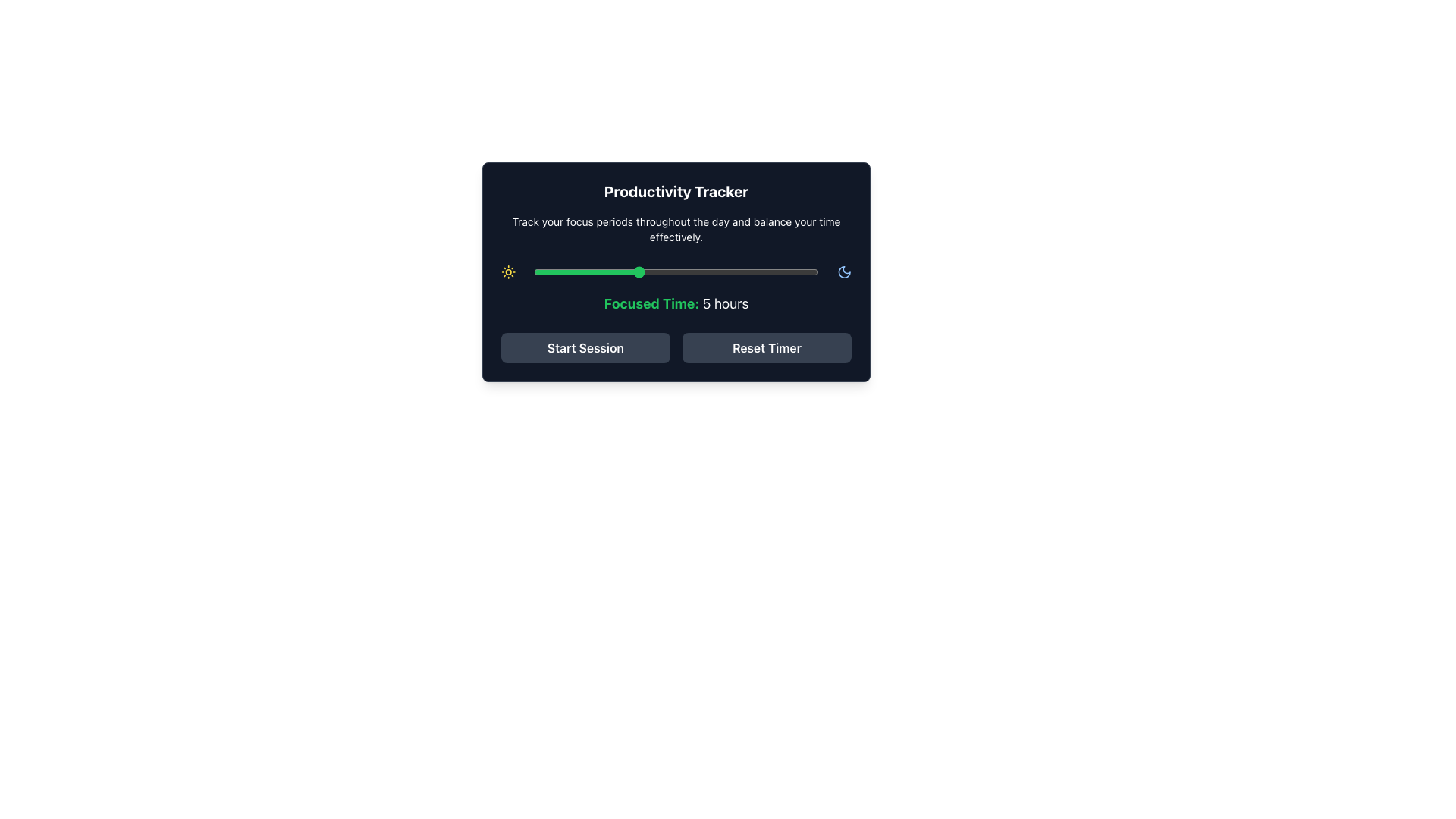 Image resolution: width=1456 pixels, height=819 pixels. What do you see at coordinates (688, 271) in the screenshot?
I see `the slider value` at bounding box center [688, 271].